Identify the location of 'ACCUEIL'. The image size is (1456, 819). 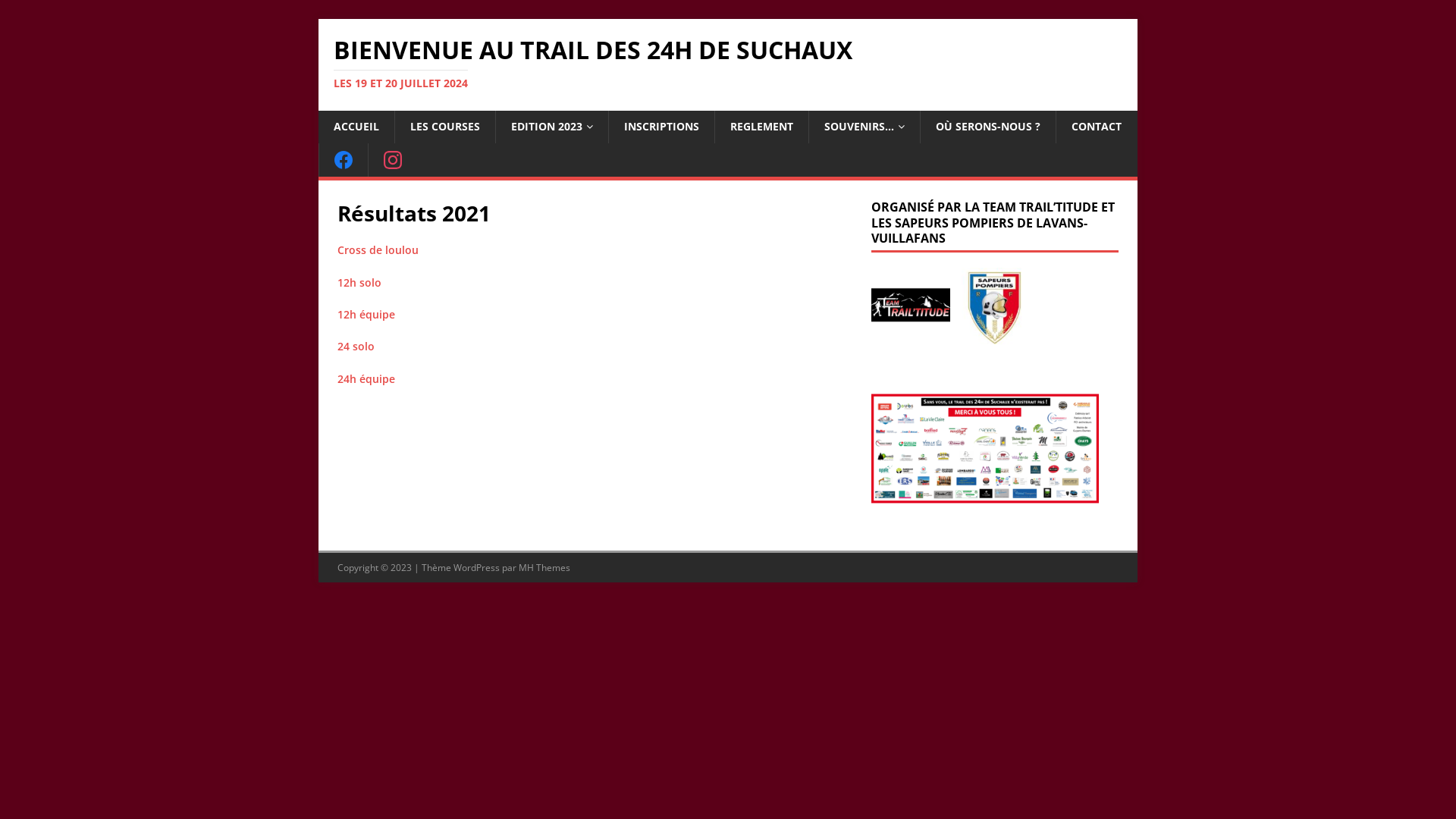
(356, 125).